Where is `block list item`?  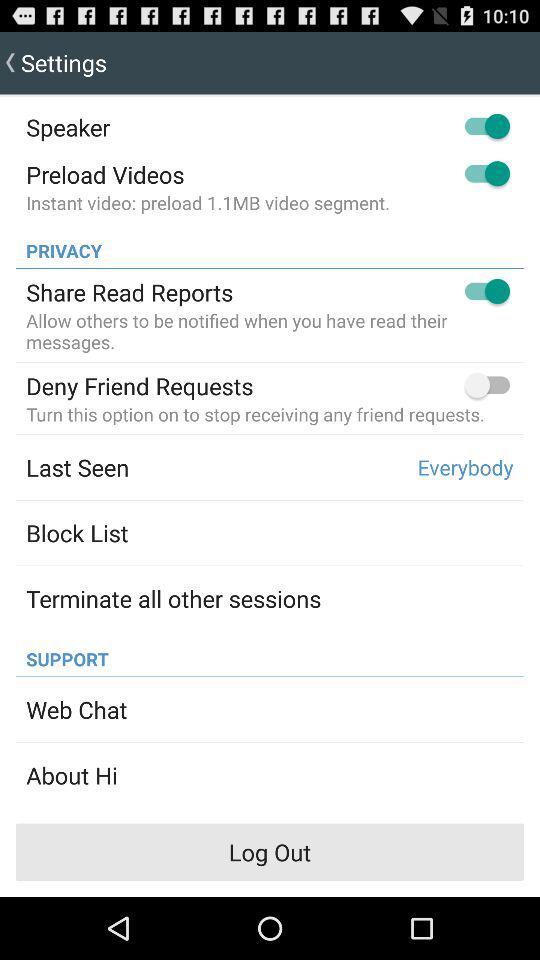 block list item is located at coordinates (76, 532).